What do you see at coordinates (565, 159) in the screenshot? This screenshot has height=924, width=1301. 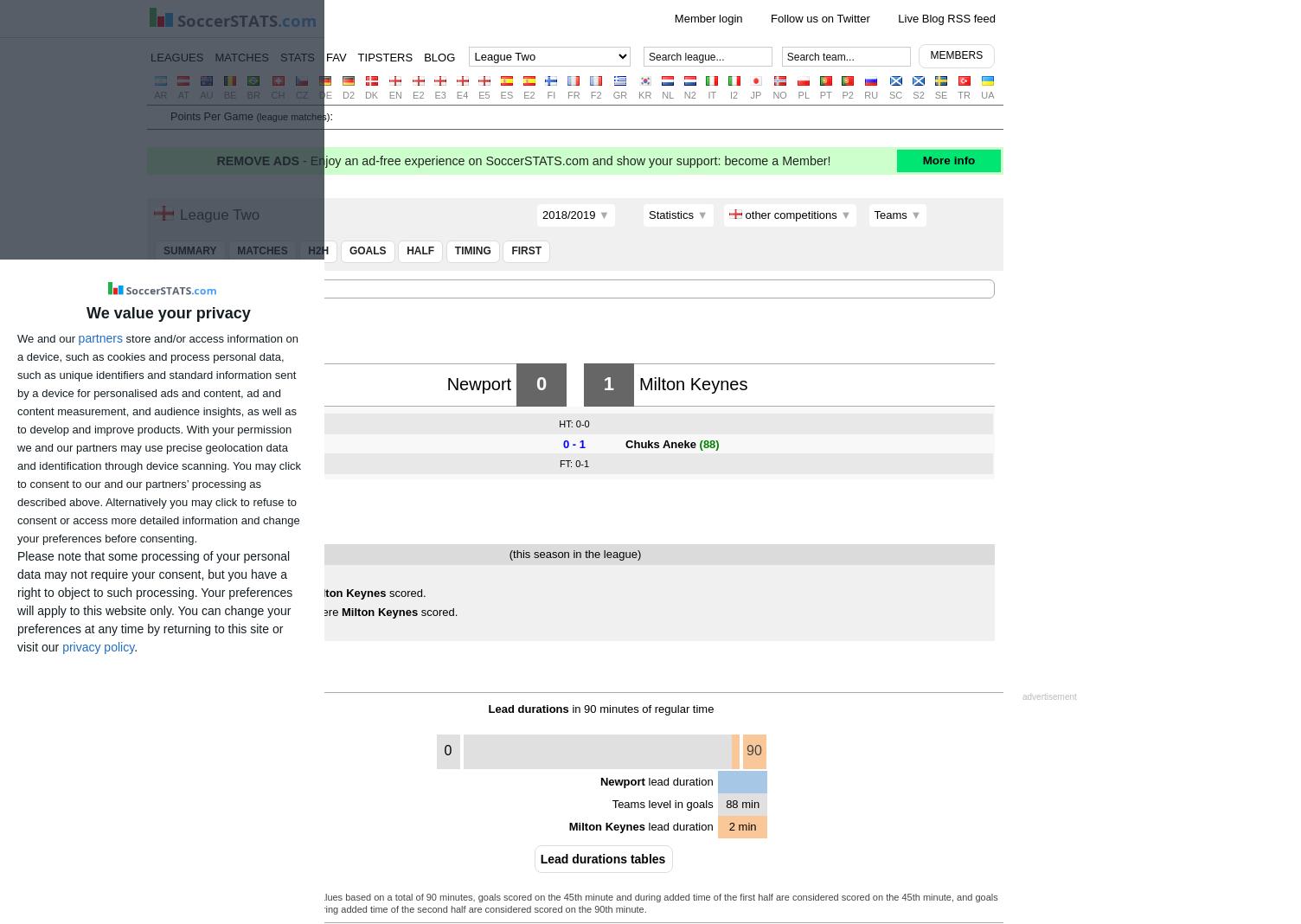 I see `'- Enjoy an ad-free experience on SoccerSTATS.com and show your support: become a Member!'` at bounding box center [565, 159].